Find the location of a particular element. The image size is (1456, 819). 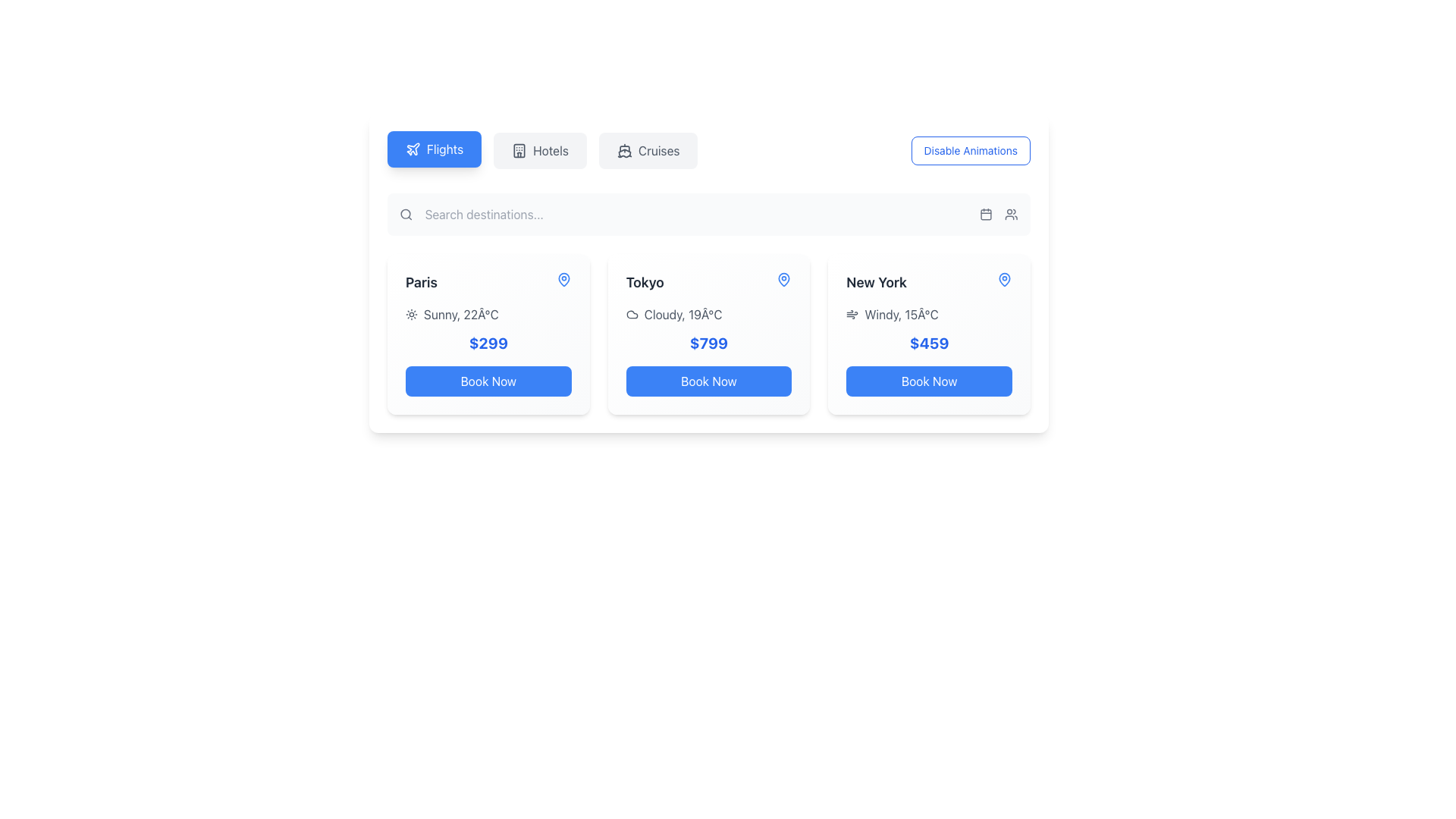

the Text label displaying the weather condition 'Windy, 15°C' for 'New York', which is located within the 'New York' card section, positioned second from the top, above the price display ('$459') is located at coordinates (928, 314).